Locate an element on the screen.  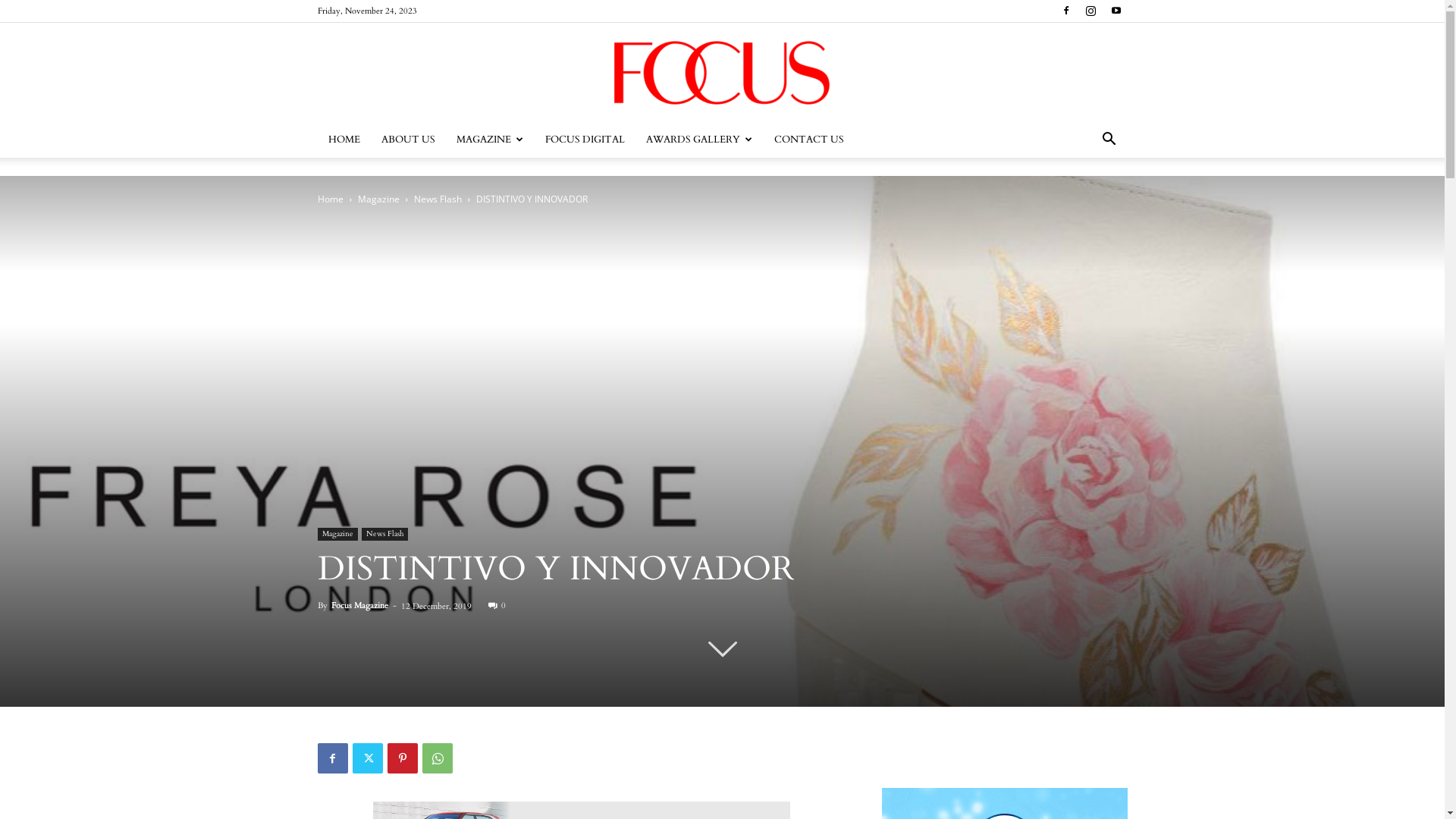
'Search' is located at coordinates (1084, 199).